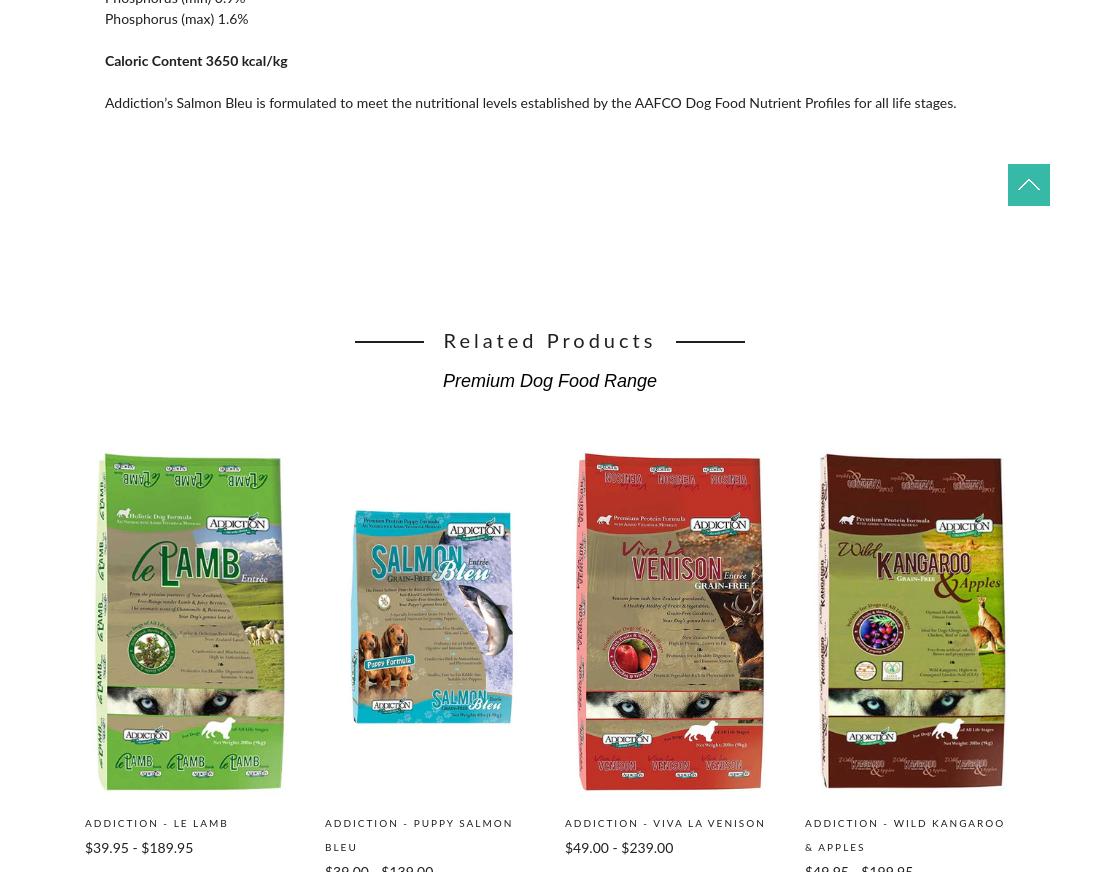 The width and height of the screenshot is (1100, 872). I want to click on '$39.95 - $189.95', so click(138, 848).